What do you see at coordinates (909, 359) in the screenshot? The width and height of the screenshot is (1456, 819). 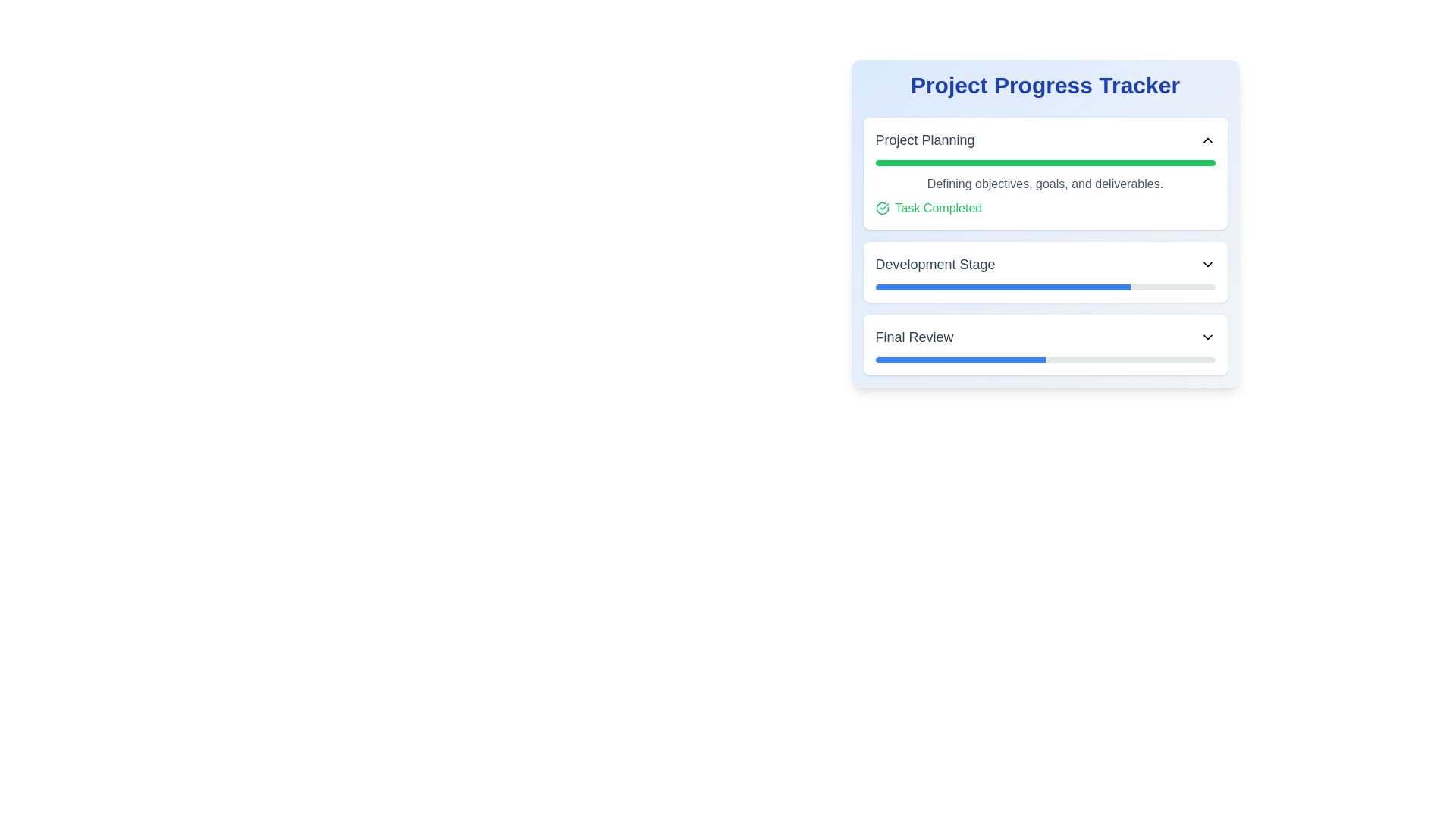 I see `the completion percentage of the 'Final Review' progress bar` at bounding box center [909, 359].